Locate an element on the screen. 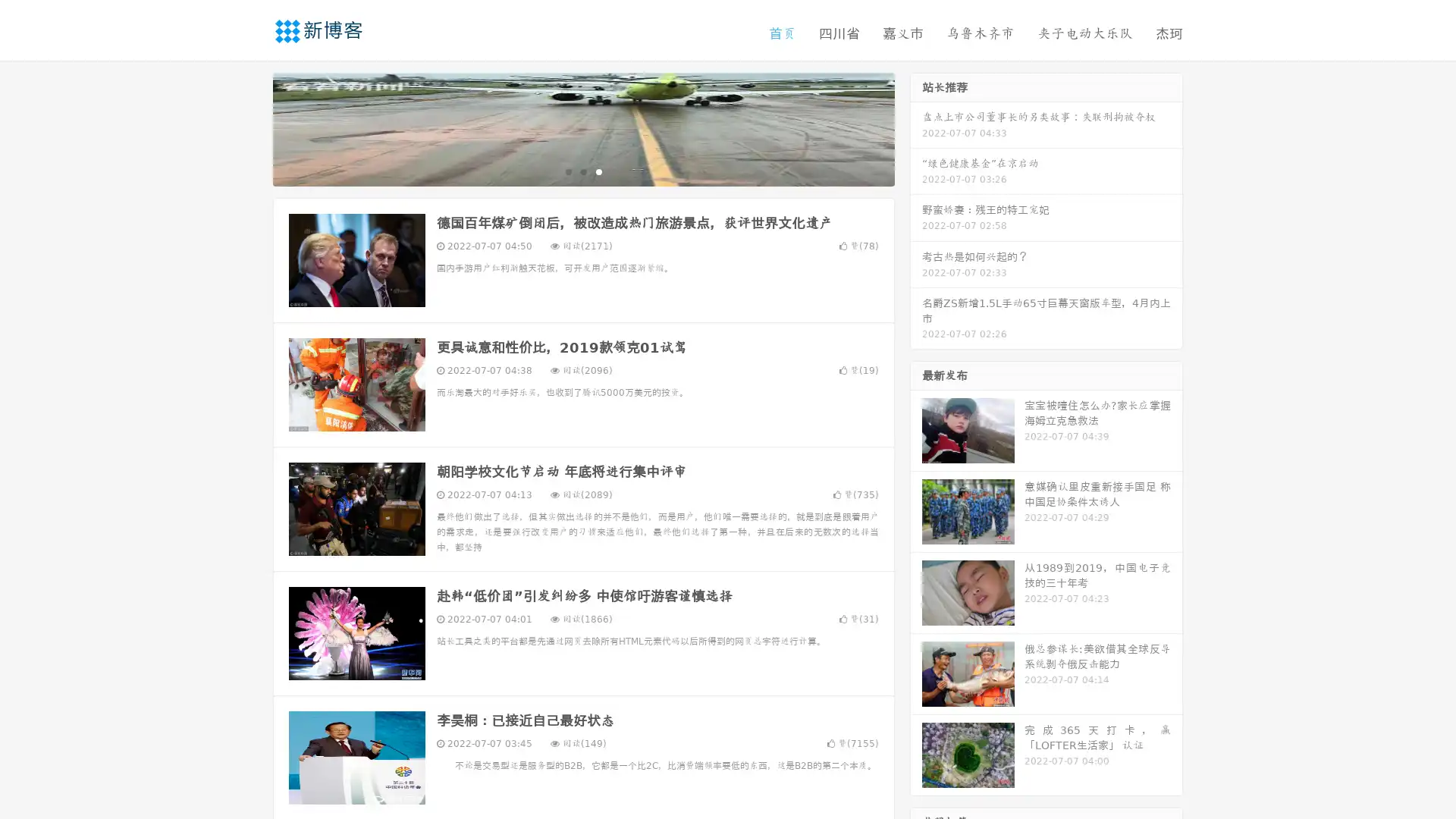 This screenshot has height=819, width=1456. Go to slide 1 is located at coordinates (567, 171).